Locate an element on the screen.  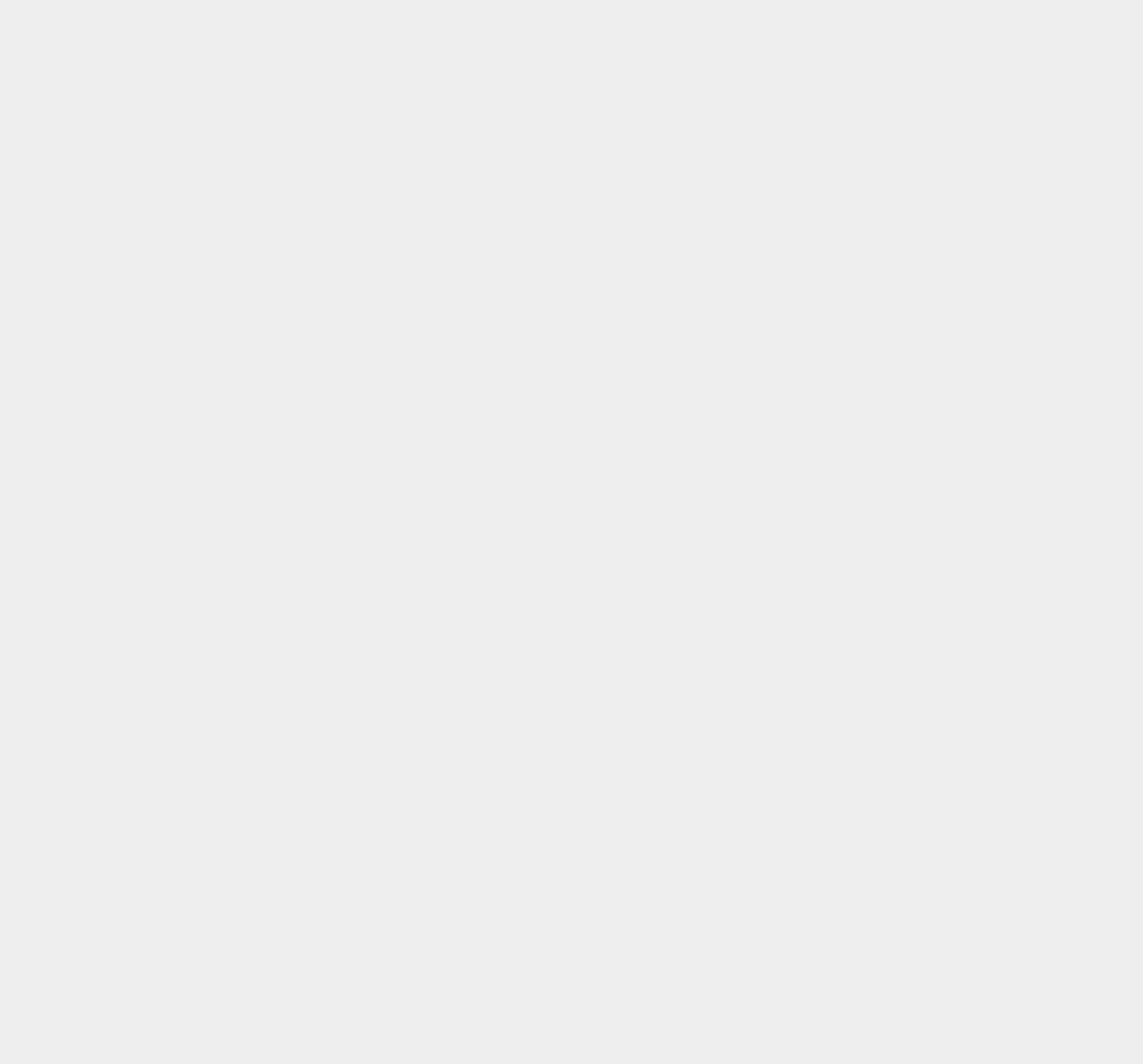
'iOS 7.0.2' is located at coordinates (834, 526).